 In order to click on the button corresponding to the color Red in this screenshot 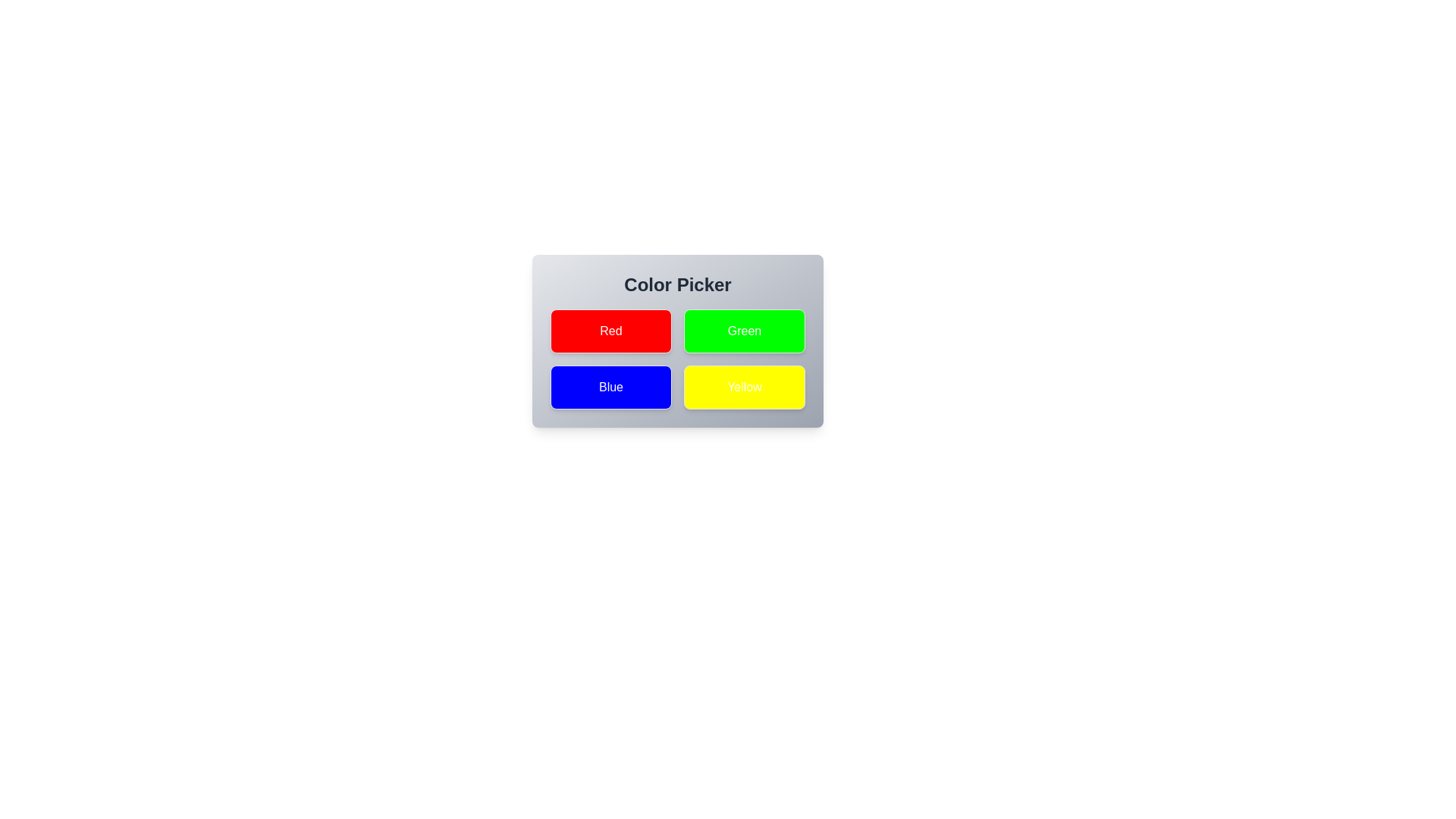, I will do `click(611, 330)`.